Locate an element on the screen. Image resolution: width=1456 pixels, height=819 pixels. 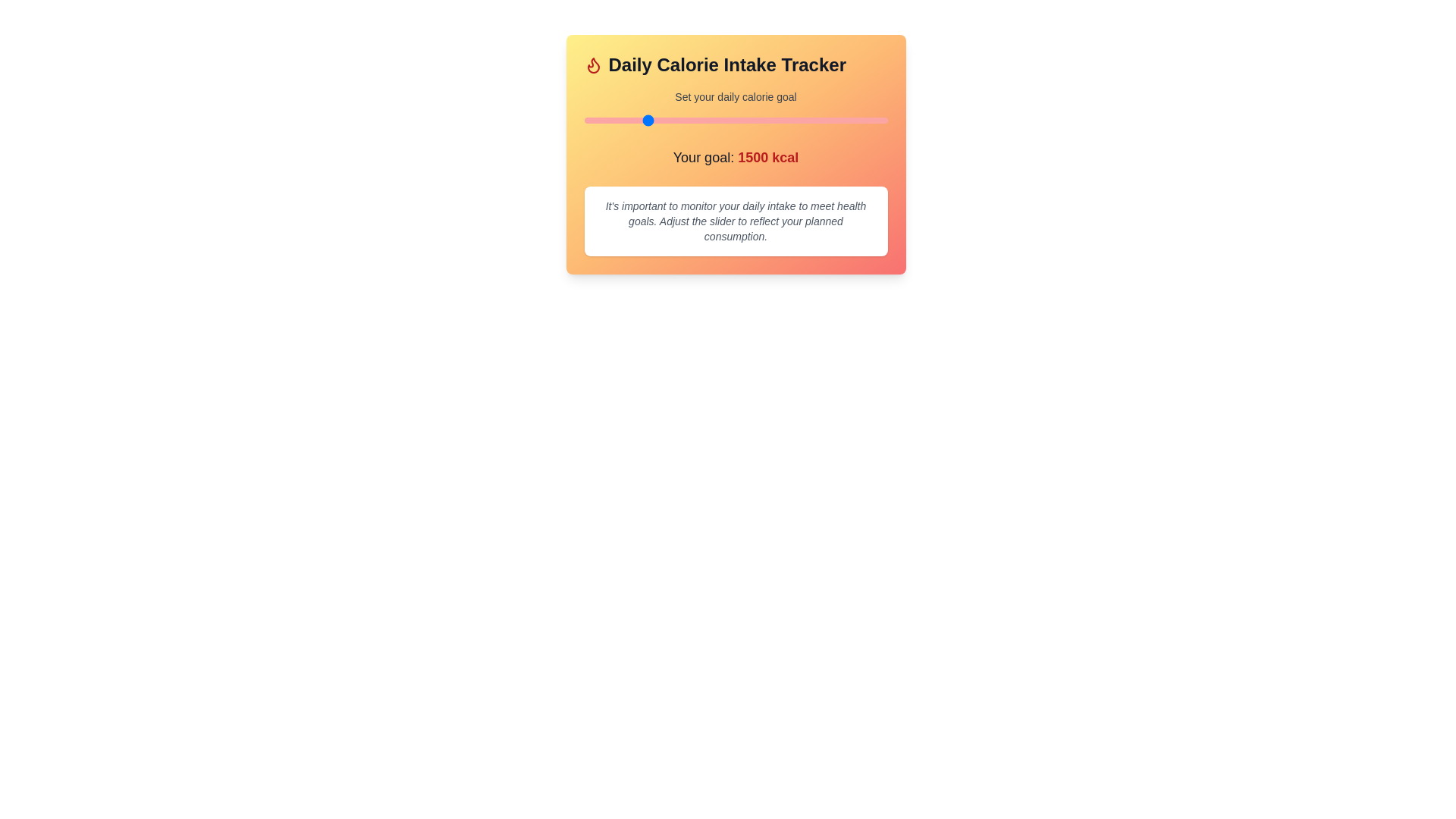
the calorie goal slider to a value of 1850 is located at coordinates (686, 119).